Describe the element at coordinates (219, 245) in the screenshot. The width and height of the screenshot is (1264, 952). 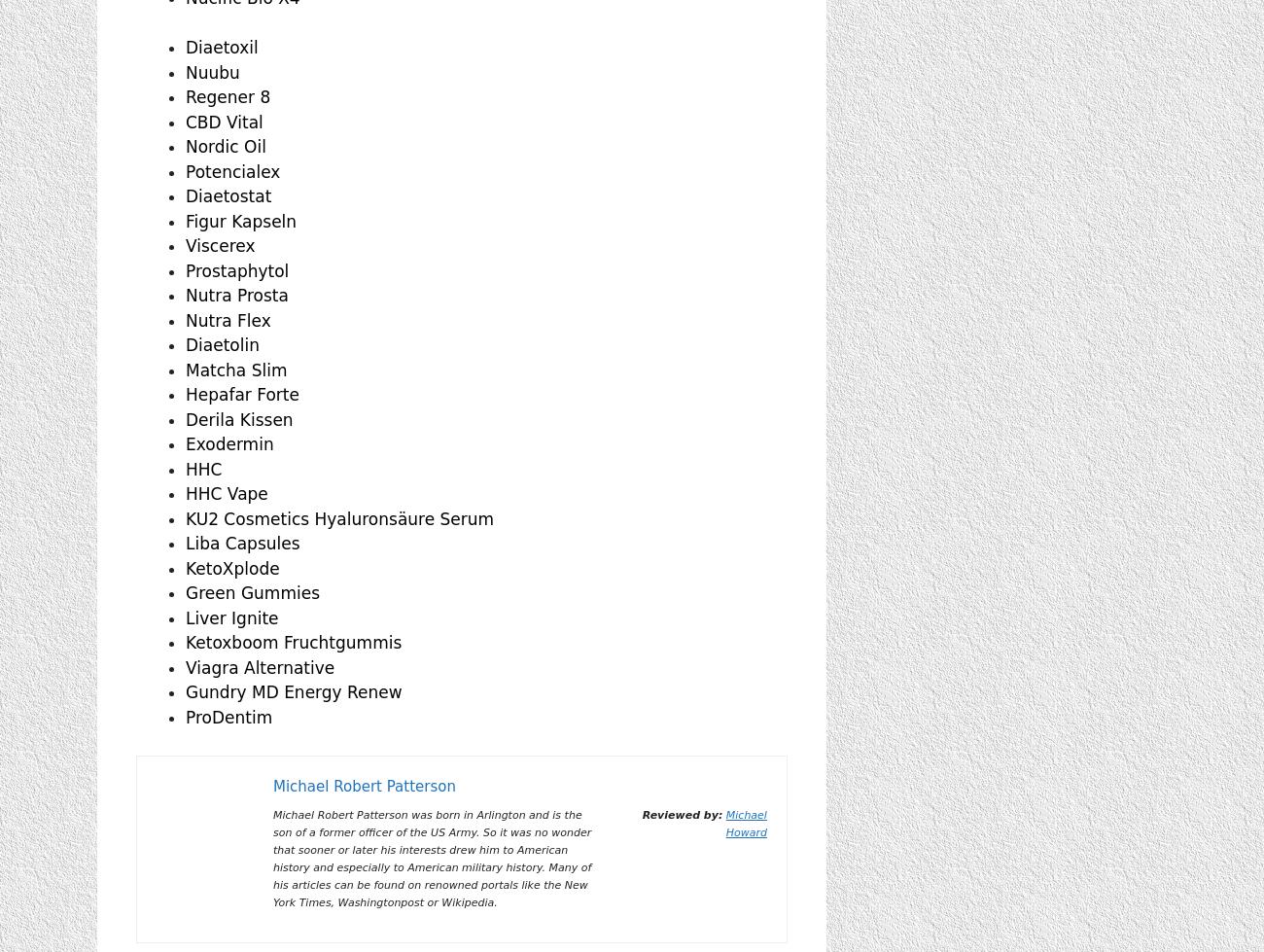
I see `'Viscerex'` at that location.